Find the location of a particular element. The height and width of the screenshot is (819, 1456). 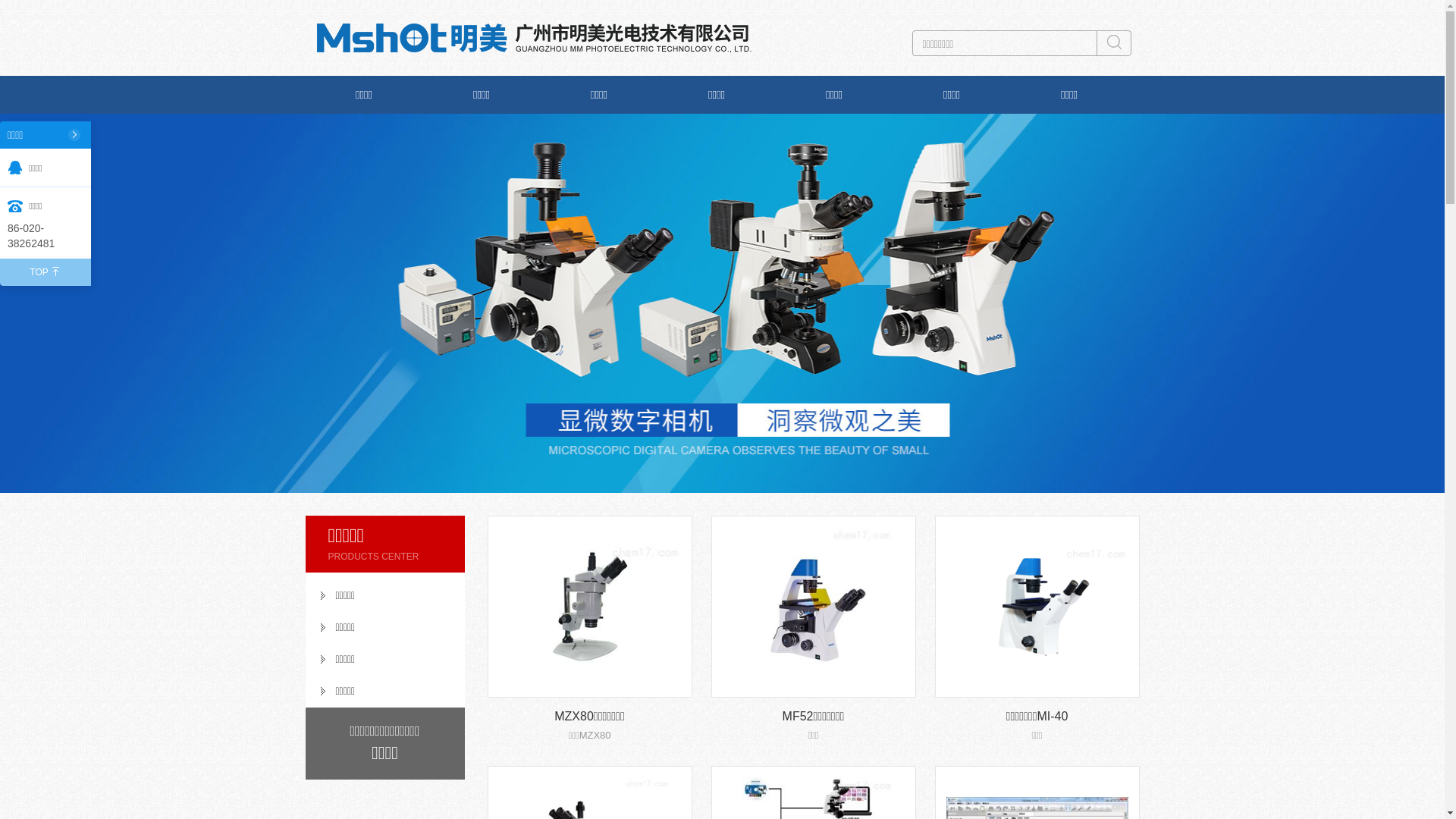

'86-020-38262481' is located at coordinates (45, 236).